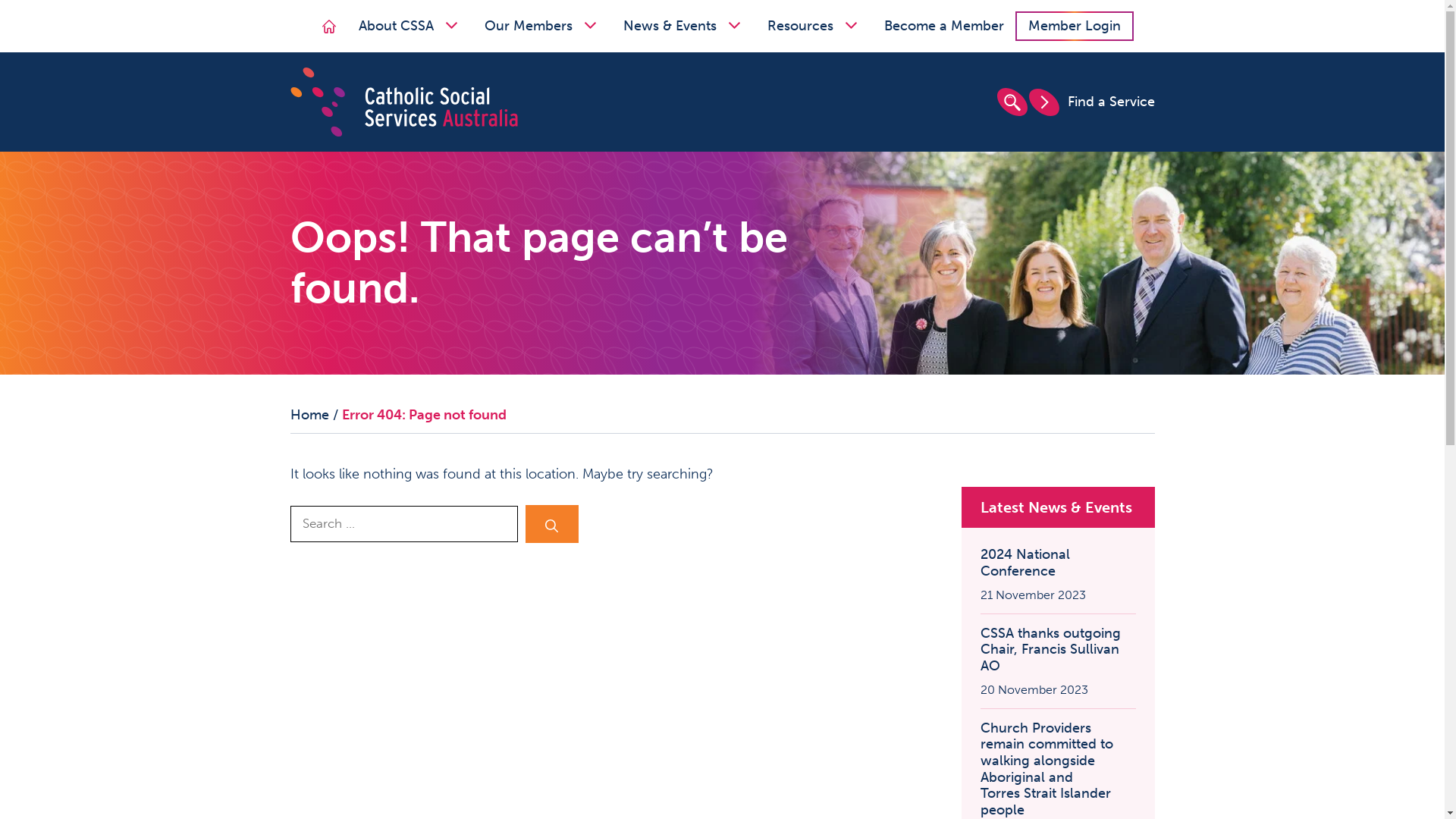 This screenshot has width=1456, height=819. What do you see at coordinates (328, 26) in the screenshot?
I see `'Home'` at bounding box center [328, 26].